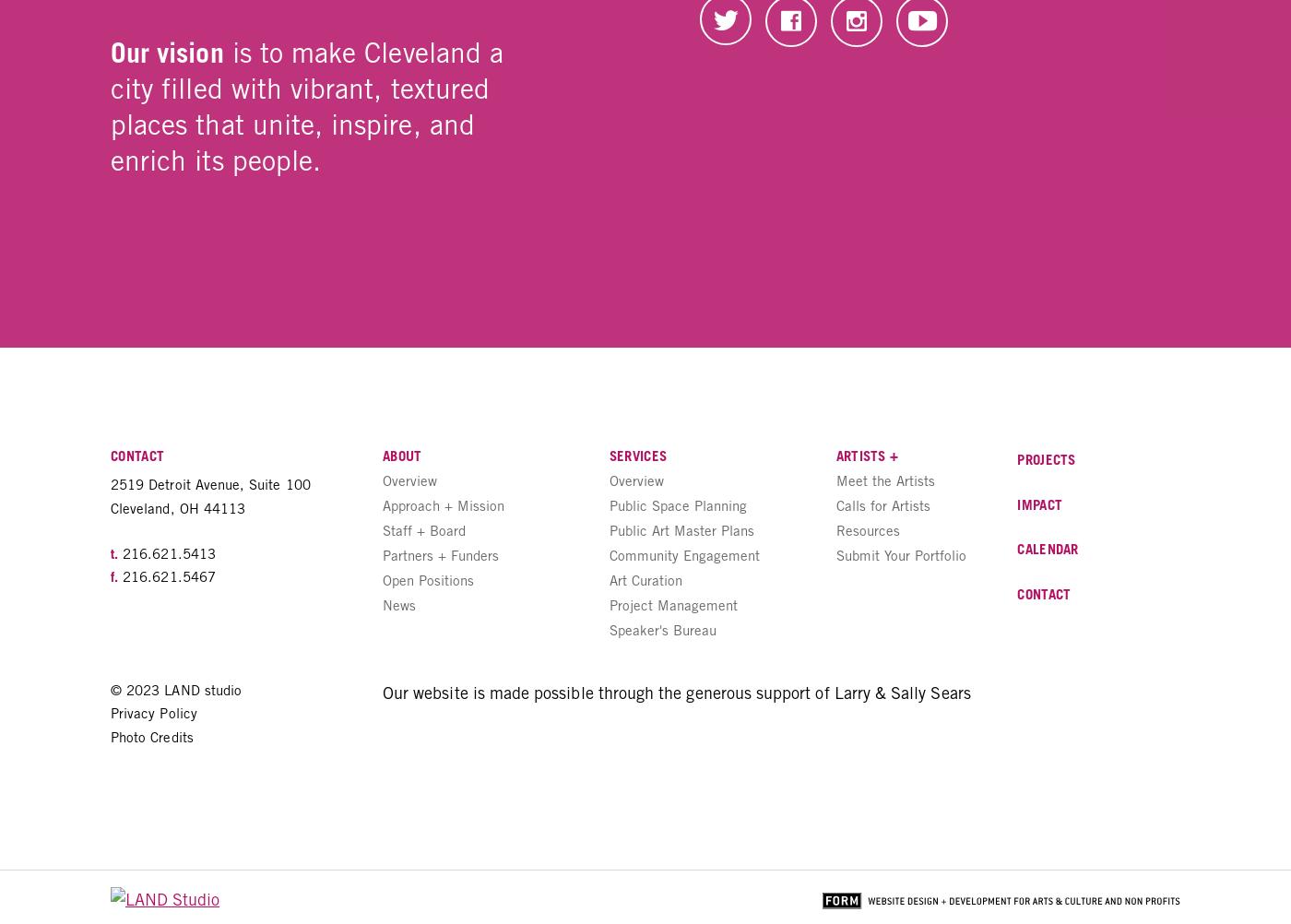  What do you see at coordinates (683, 554) in the screenshot?
I see `'Community Engagement'` at bounding box center [683, 554].